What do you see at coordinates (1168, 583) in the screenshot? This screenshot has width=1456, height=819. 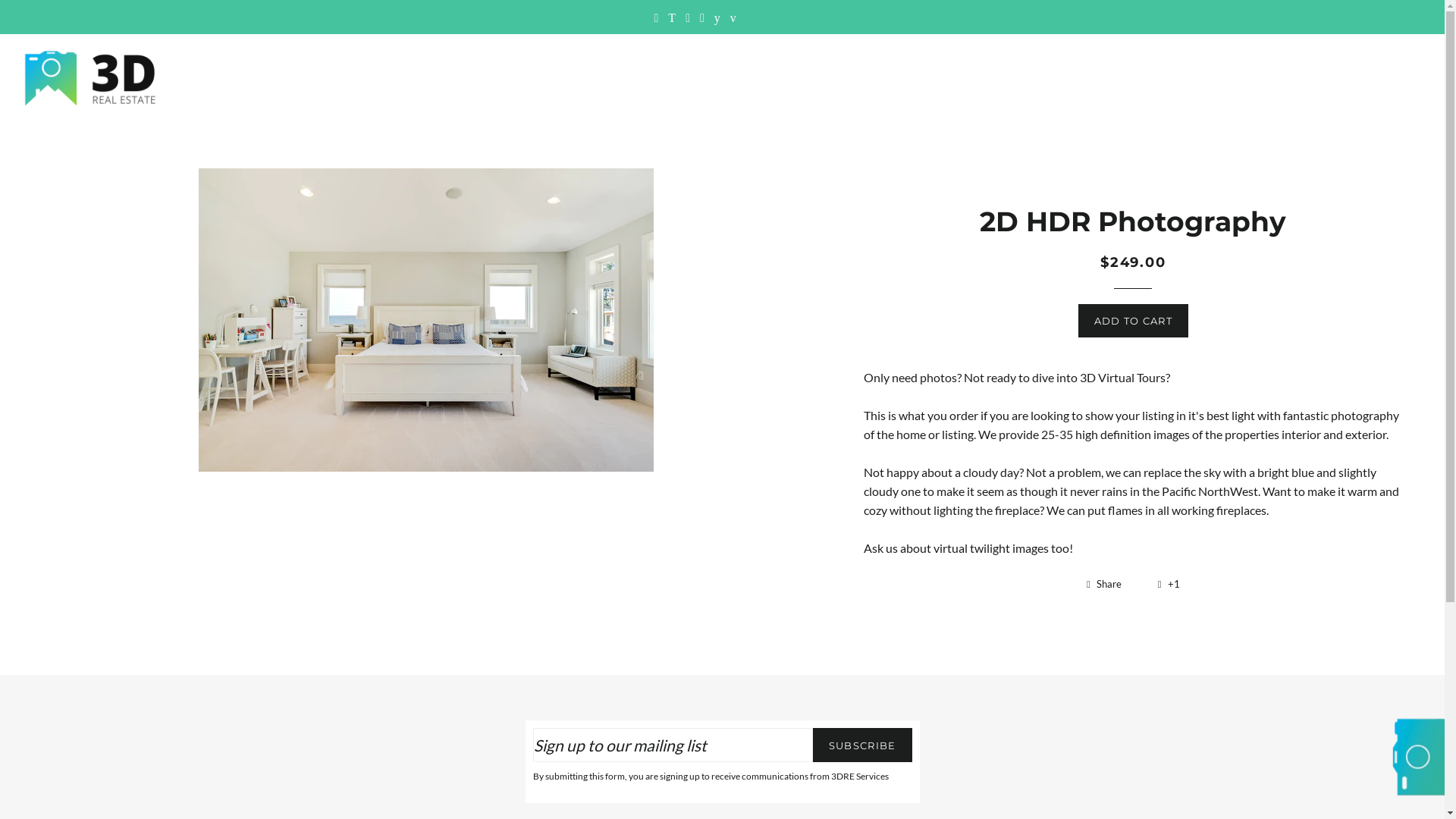 I see `'+1` at bounding box center [1168, 583].